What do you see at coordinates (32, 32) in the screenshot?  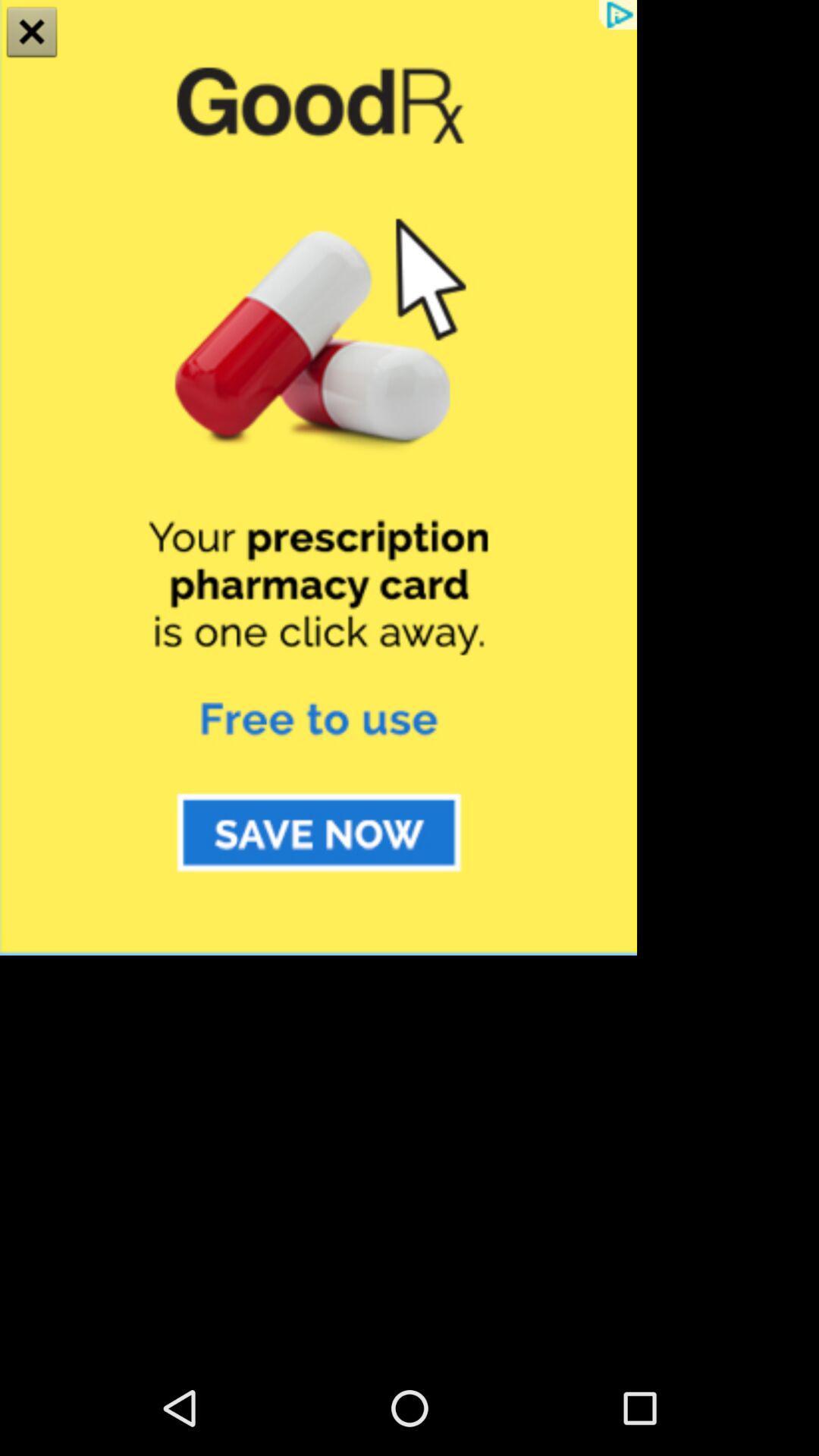 I see `the close icon` at bounding box center [32, 32].